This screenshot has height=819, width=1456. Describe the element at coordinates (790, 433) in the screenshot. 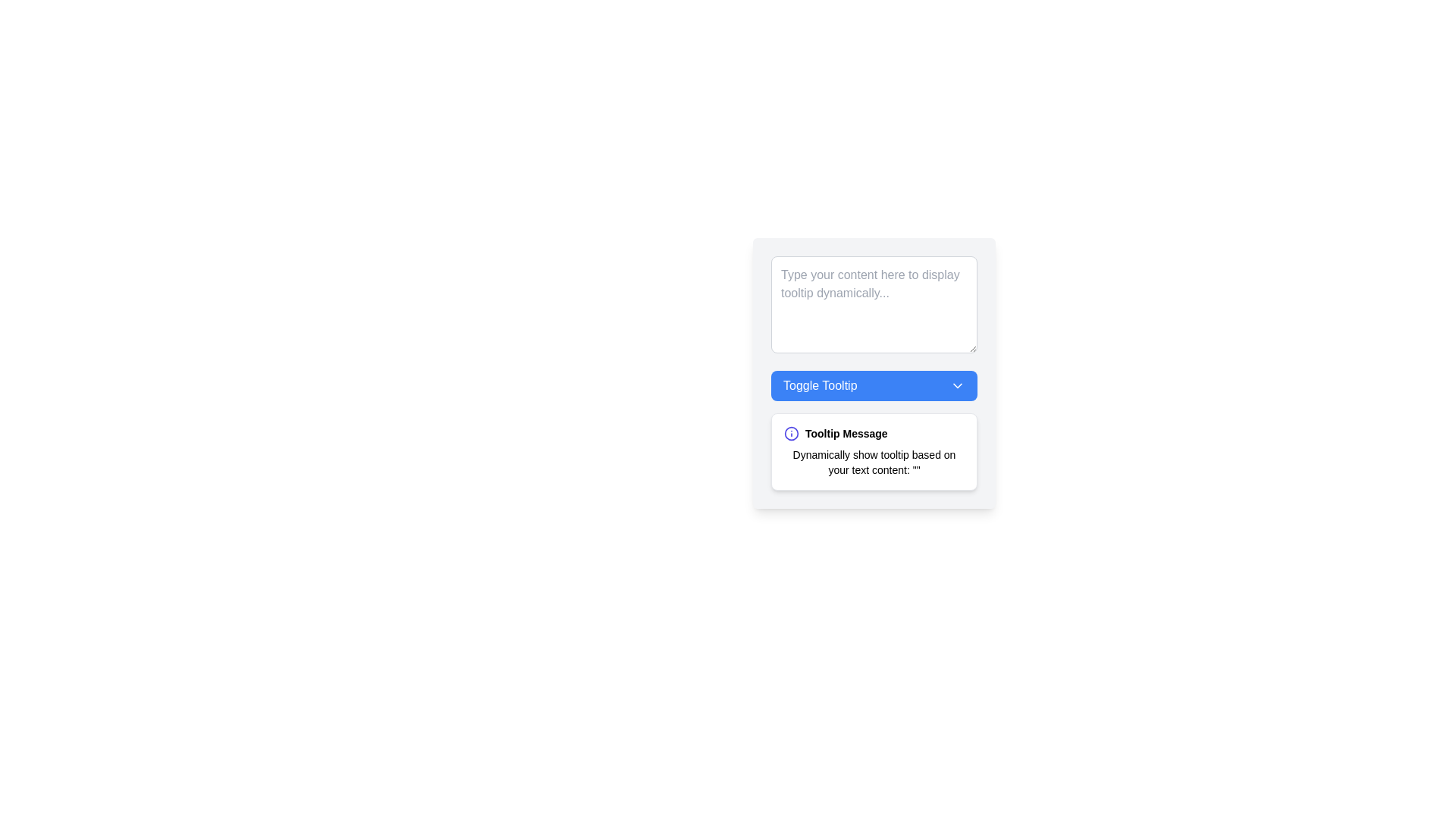

I see `the information icon that indicates additional details, which is positioned to the left of the 'Tooltip Message' text` at that location.